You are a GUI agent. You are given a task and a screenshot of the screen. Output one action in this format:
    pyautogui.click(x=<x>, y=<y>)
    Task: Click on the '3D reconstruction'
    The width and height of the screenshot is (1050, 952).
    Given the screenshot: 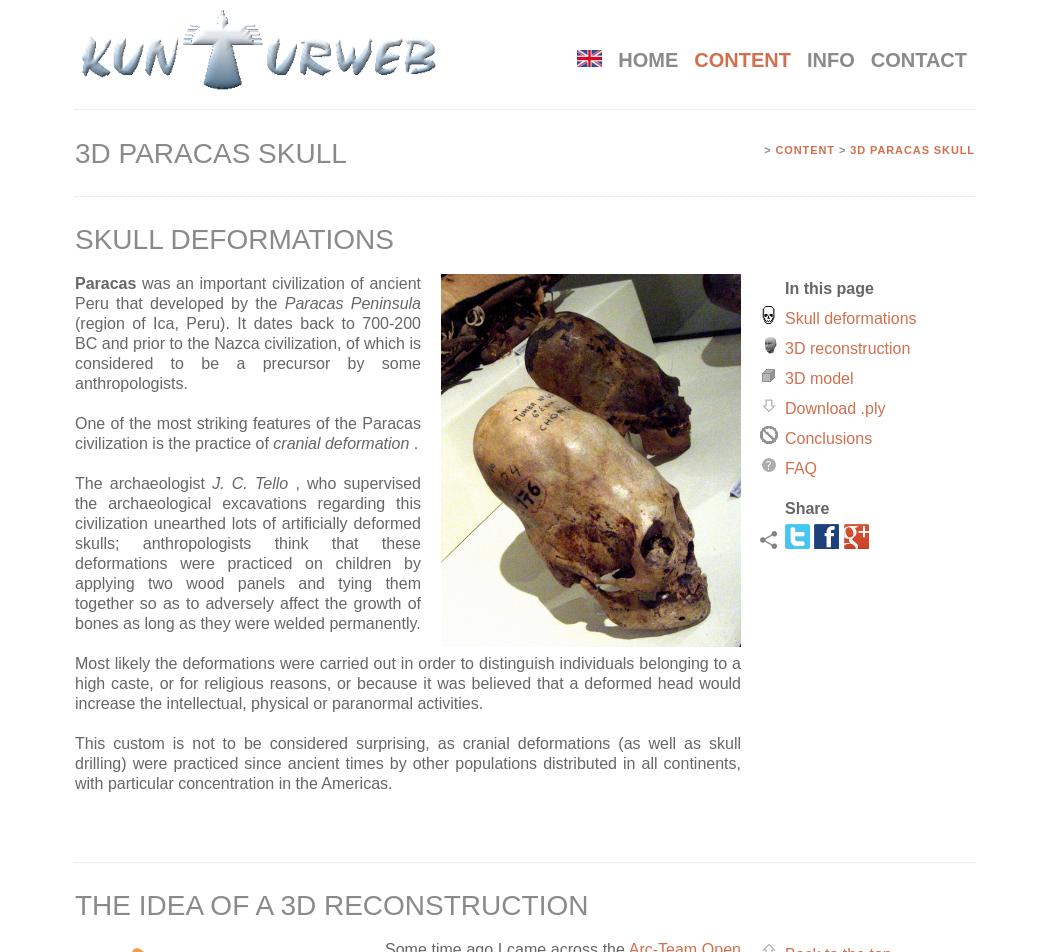 What is the action you would take?
    pyautogui.click(x=784, y=347)
    